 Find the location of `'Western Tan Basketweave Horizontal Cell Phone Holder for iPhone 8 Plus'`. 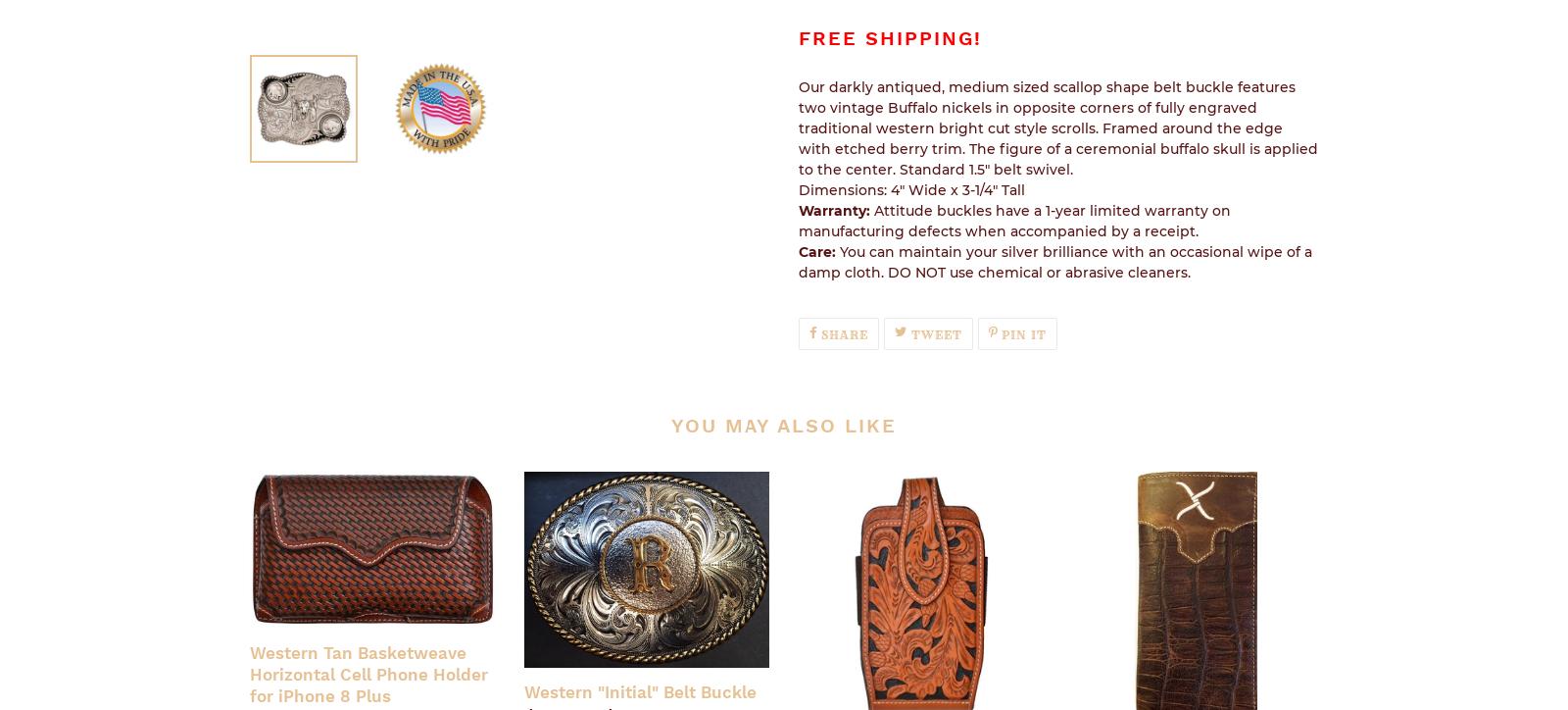

'Western Tan Basketweave Horizontal Cell Phone Holder for iPhone 8 Plus' is located at coordinates (368, 673).